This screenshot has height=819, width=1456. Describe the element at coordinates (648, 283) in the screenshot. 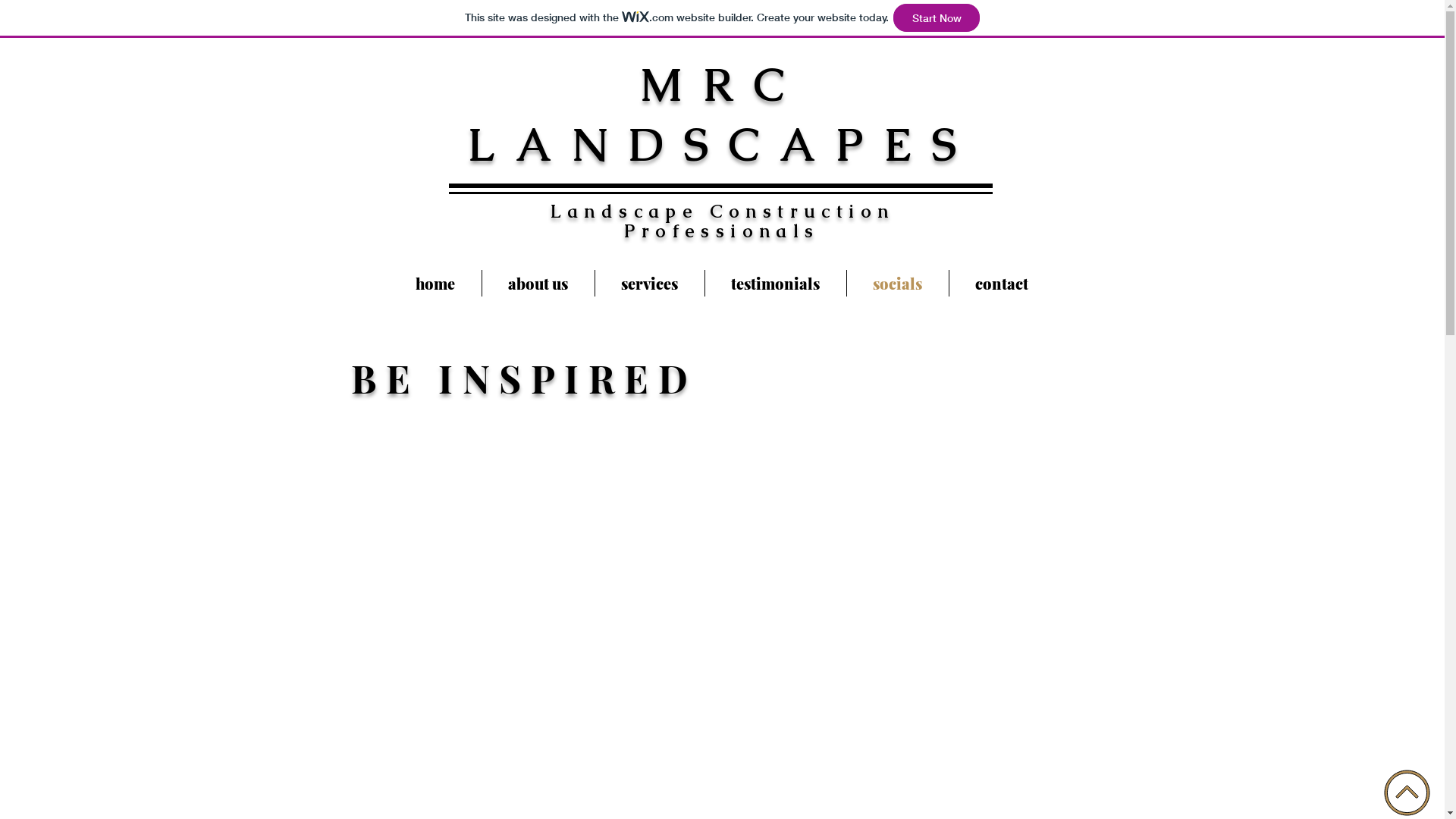

I see `'services'` at that location.